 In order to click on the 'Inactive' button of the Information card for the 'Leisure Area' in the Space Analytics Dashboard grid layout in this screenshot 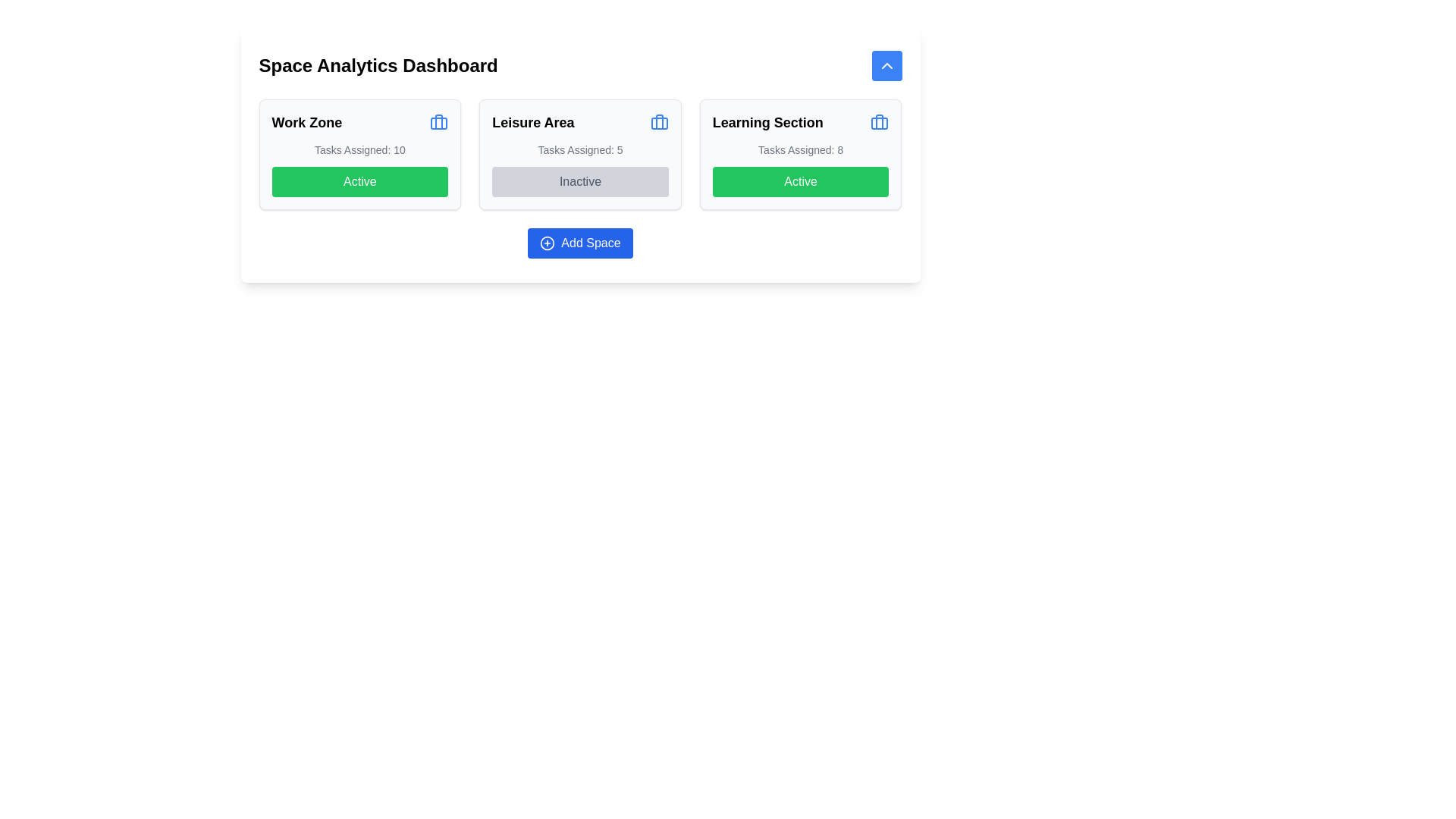, I will do `click(579, 155)`.